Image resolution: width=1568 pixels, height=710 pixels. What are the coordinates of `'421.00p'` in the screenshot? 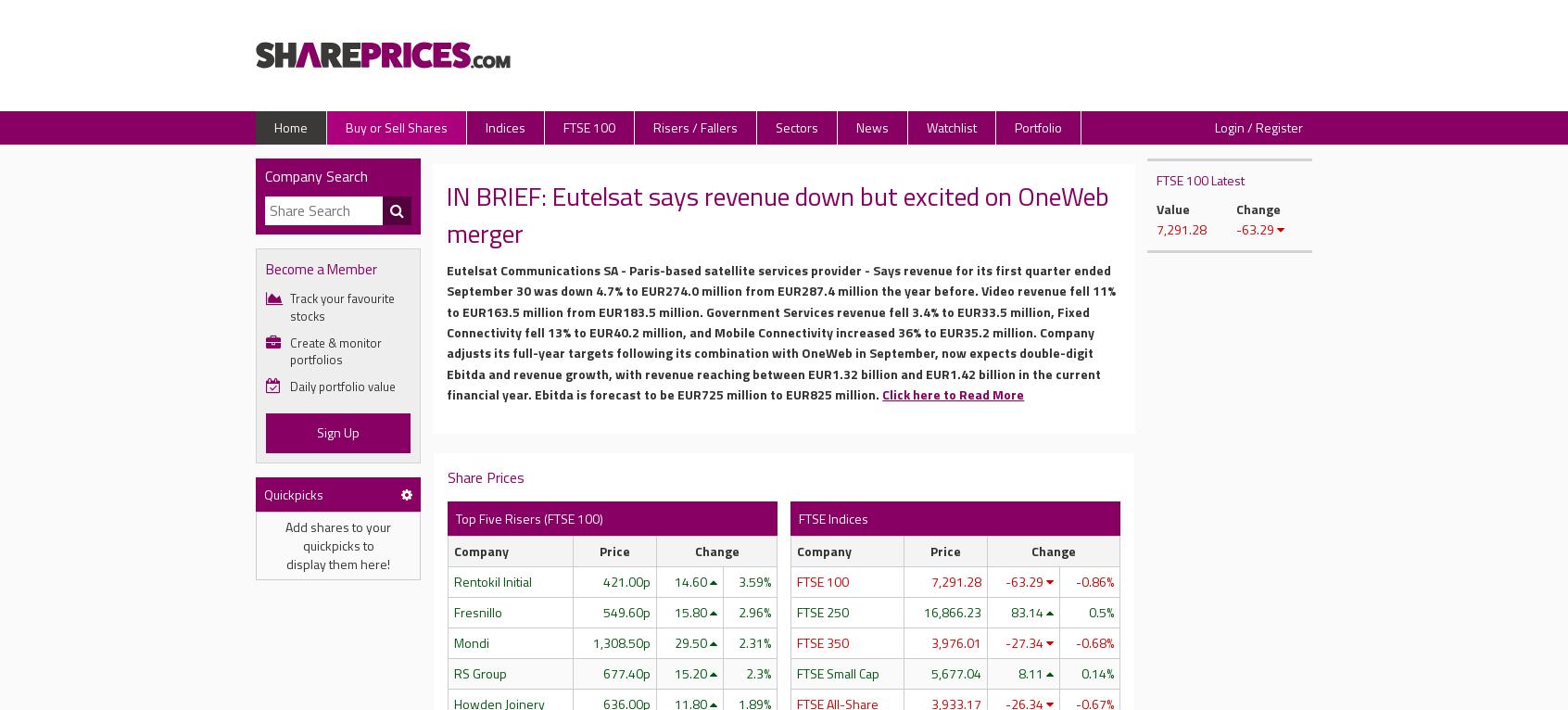 It's located at (626, 579).